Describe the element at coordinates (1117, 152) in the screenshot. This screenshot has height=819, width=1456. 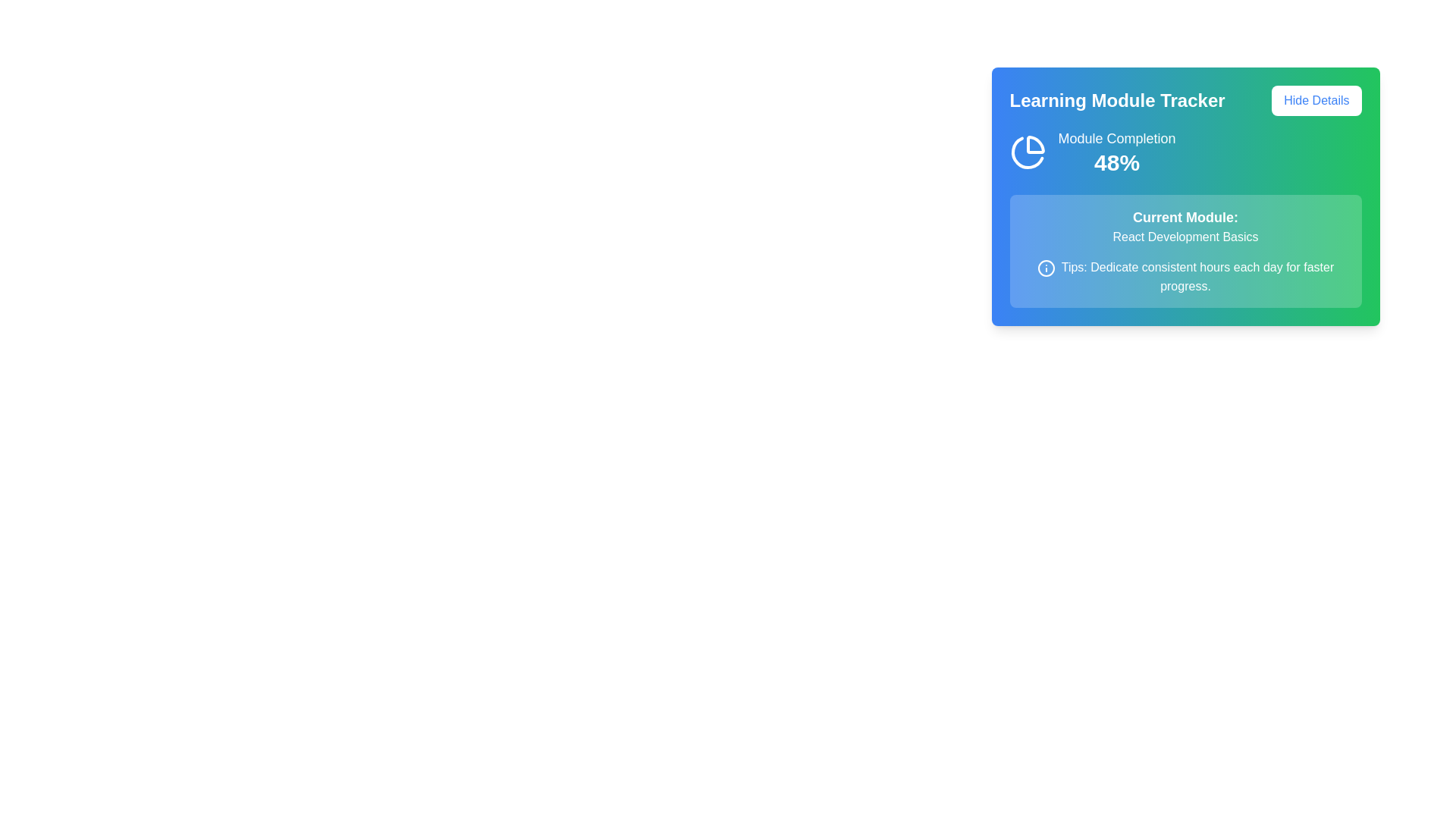
I see `displayed completion percentage from the Composite UI element located in the top-right quadrant of the 'Learning Module Tracker' card, positioned to the right of the clock icon and above the current module details box` at that location.